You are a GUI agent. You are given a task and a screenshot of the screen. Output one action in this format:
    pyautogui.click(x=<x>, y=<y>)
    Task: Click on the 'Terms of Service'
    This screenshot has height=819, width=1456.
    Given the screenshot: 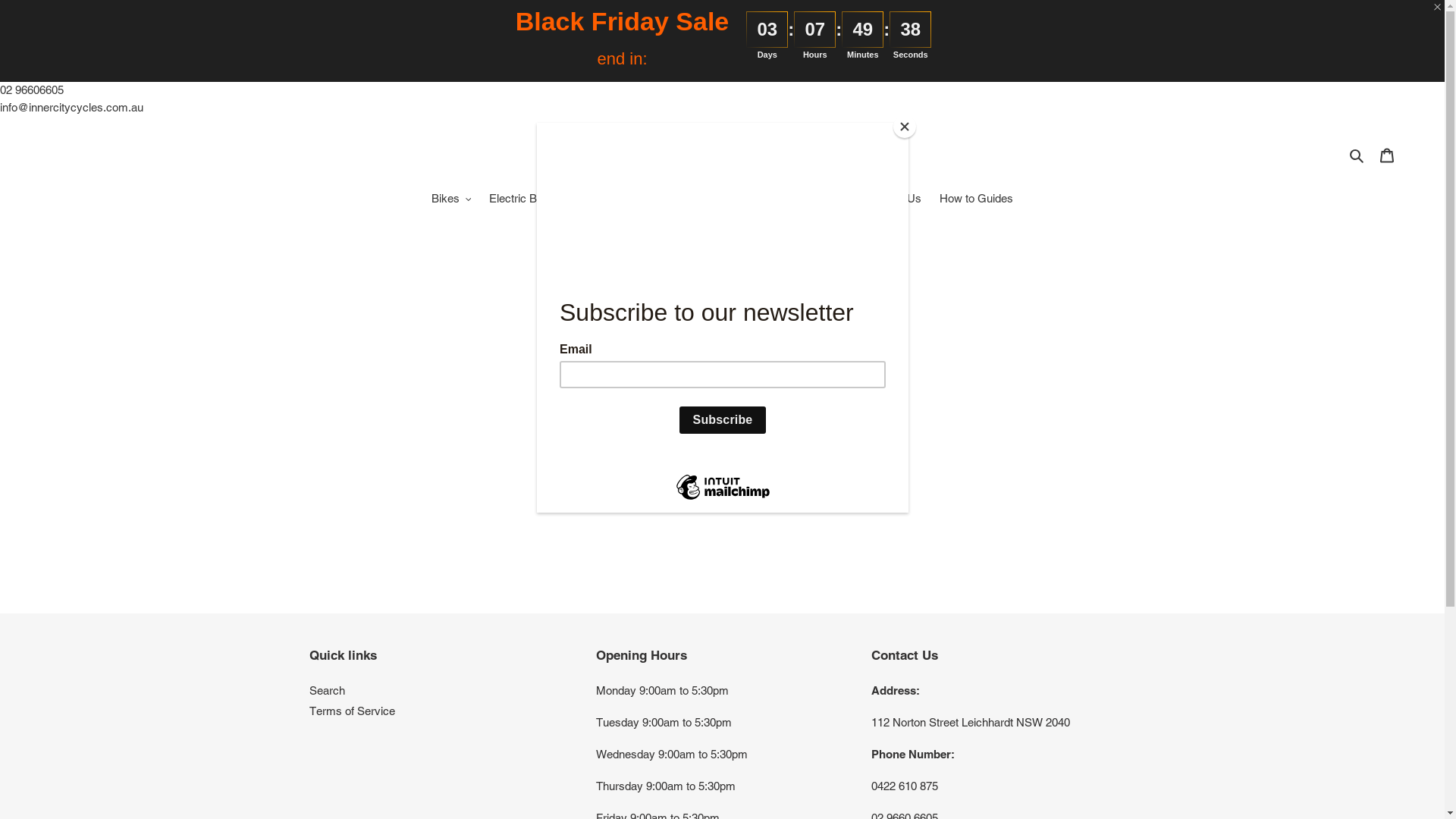 What is the action you would take?
    pyautogui.click(x=351, y=711)
    